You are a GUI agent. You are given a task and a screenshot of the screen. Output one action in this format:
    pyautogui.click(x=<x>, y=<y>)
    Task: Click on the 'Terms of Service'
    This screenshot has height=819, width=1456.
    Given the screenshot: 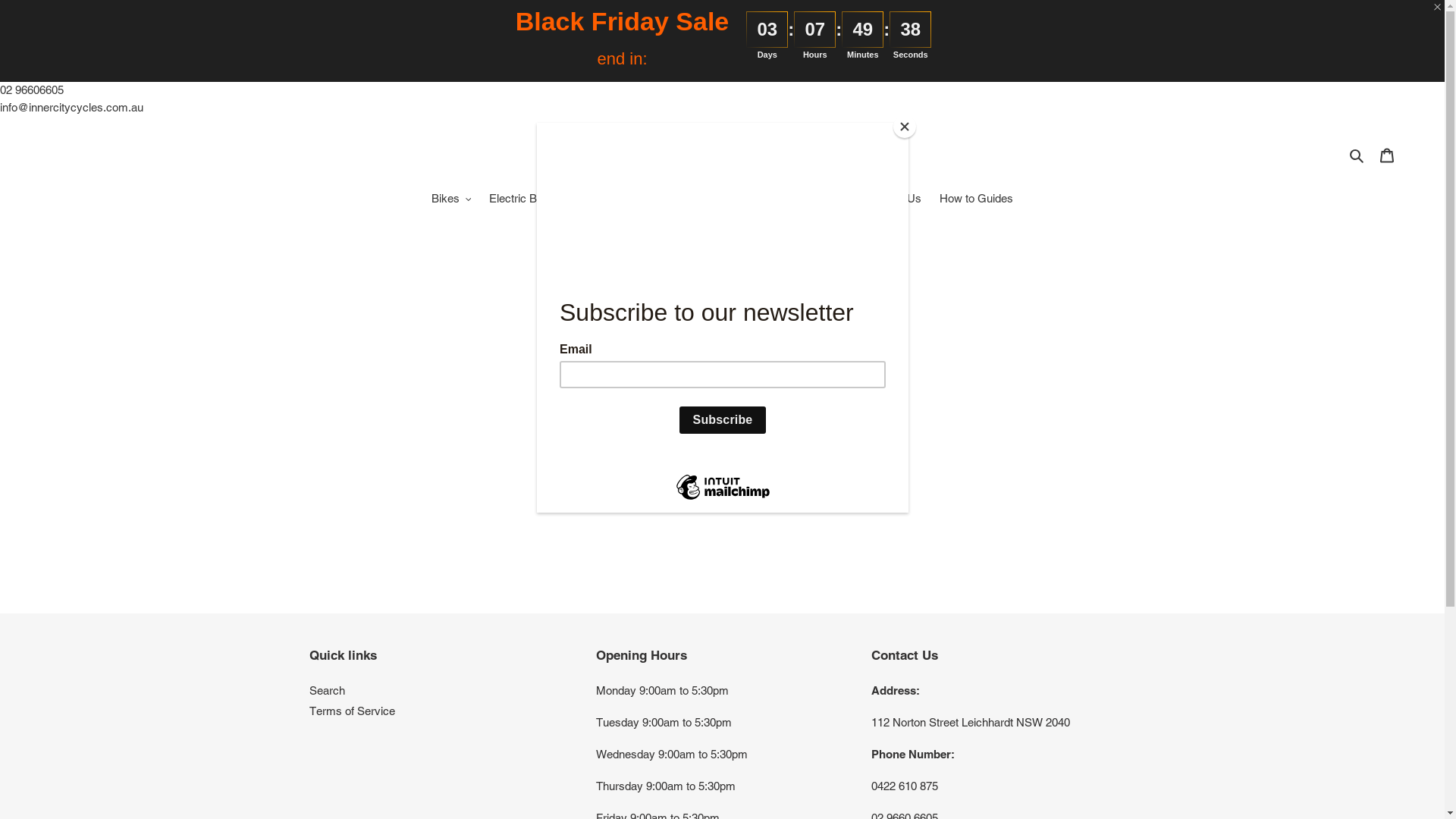 What is the action you would take?
    pyautogui.click(x=351, y=711)
    